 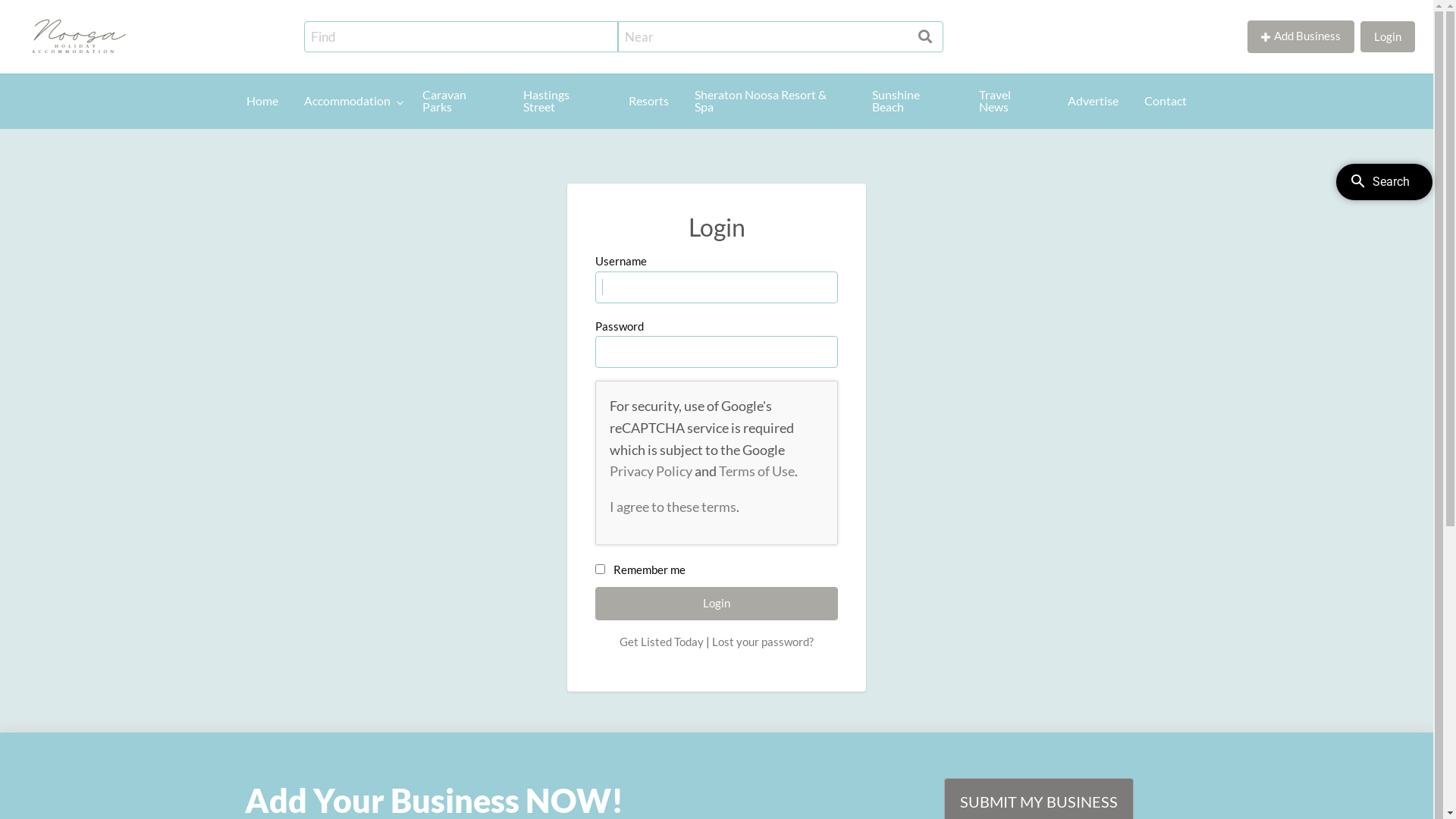 What do you see at coordinates (763, 641) in the screenshot?
I see `'Lost your password?'` at bounding box center [763, 641].